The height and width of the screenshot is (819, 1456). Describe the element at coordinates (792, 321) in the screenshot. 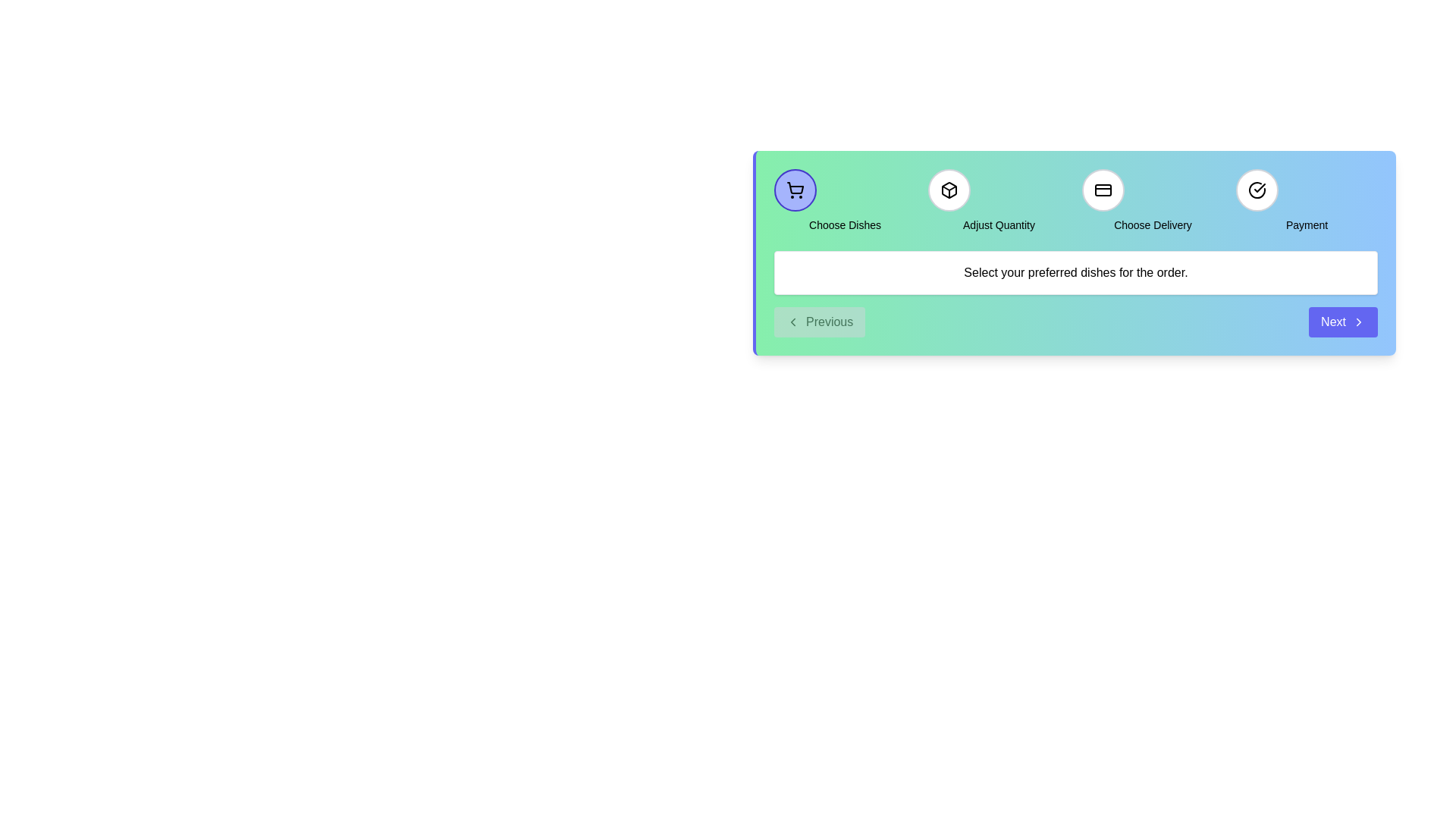

I see `the chevron SVG icon in the lower-left corner of the card-like interface` at that location.